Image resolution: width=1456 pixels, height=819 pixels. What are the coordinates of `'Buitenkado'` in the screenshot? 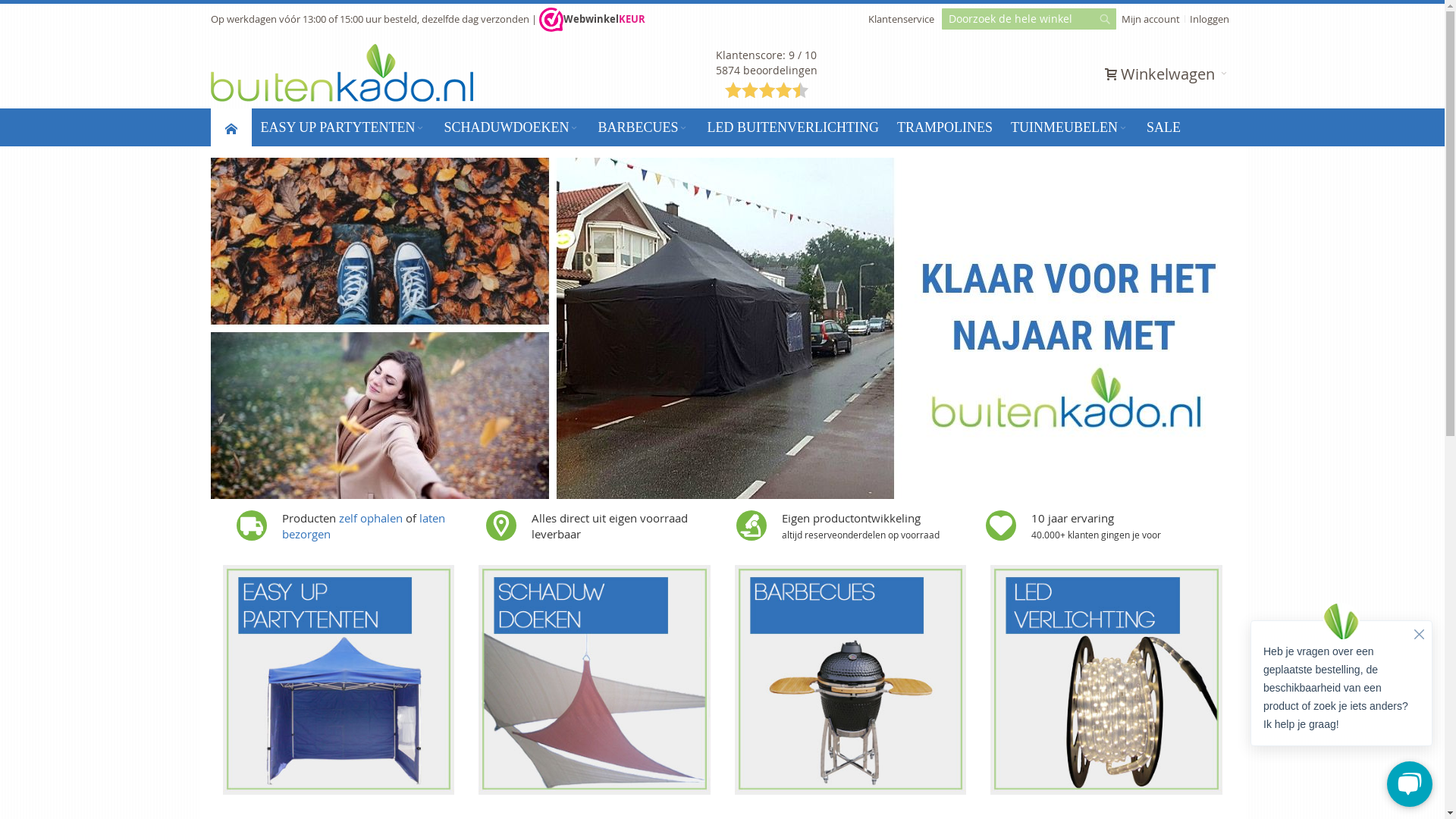 It's located at (341, 73).